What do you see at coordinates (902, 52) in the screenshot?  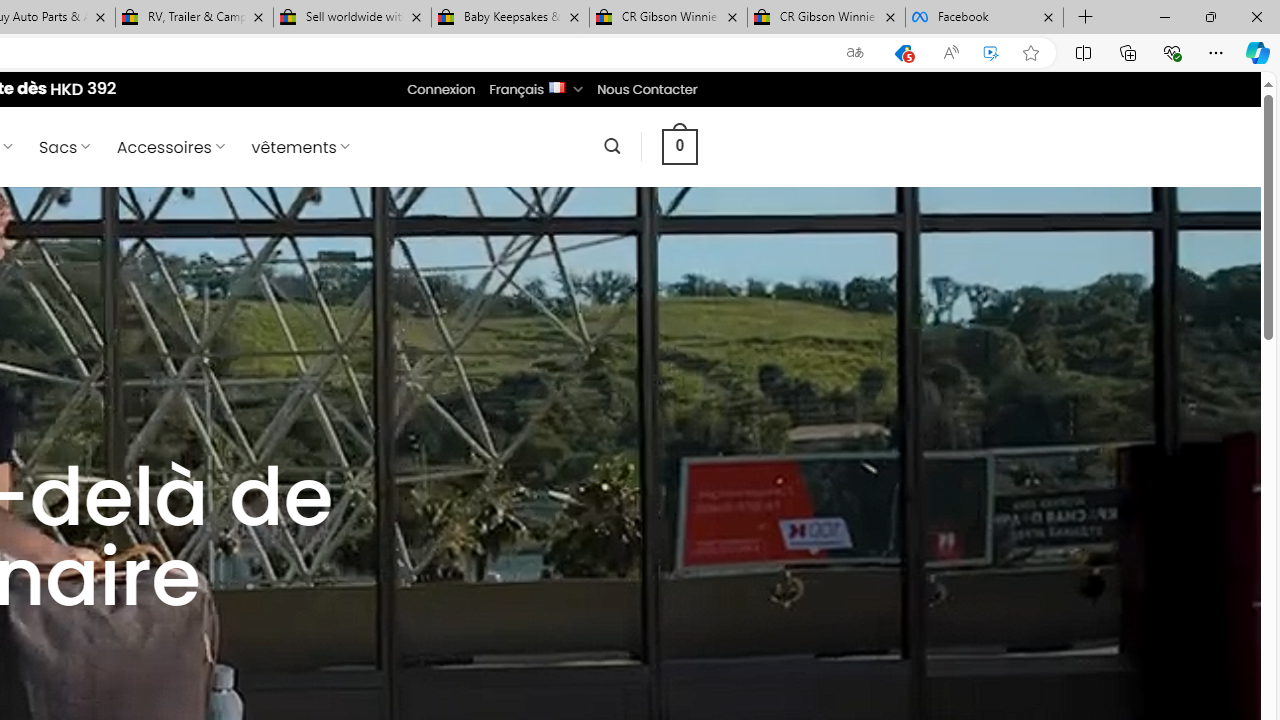 I see `'This site has coupons! Shopping in Microsoft Edge, 5'` at bounding box center [902, 52].